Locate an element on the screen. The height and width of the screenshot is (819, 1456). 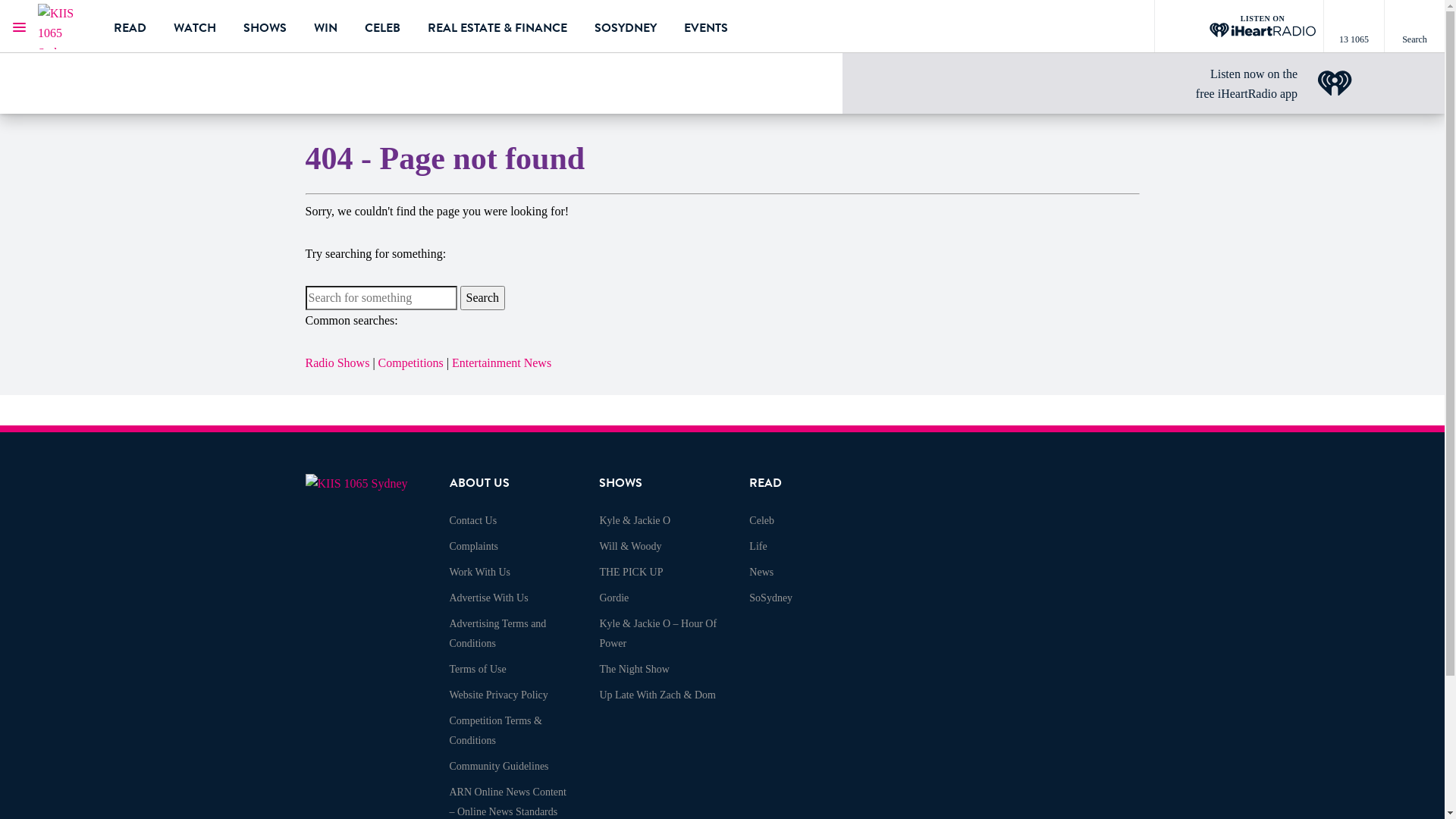
'13 1065' is located at coordinates (1323, 26).